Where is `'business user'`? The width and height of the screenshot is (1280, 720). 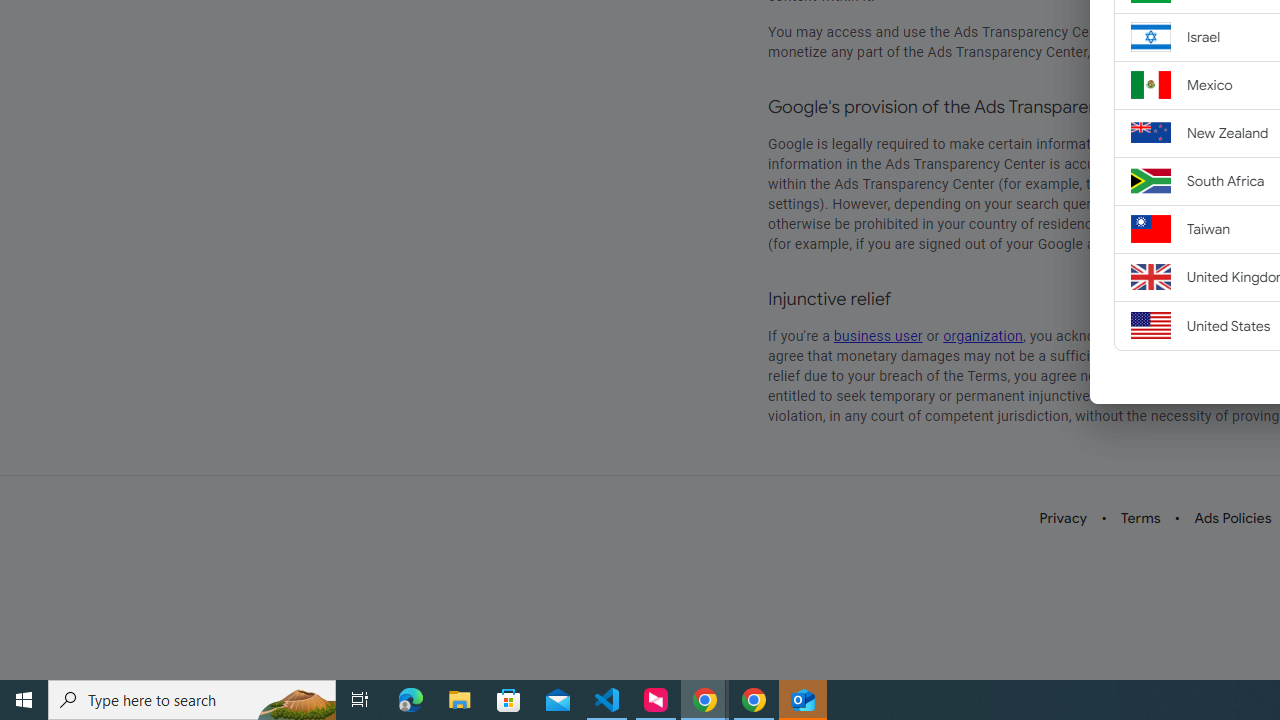
'business user' is located at coordinates (878, 335).